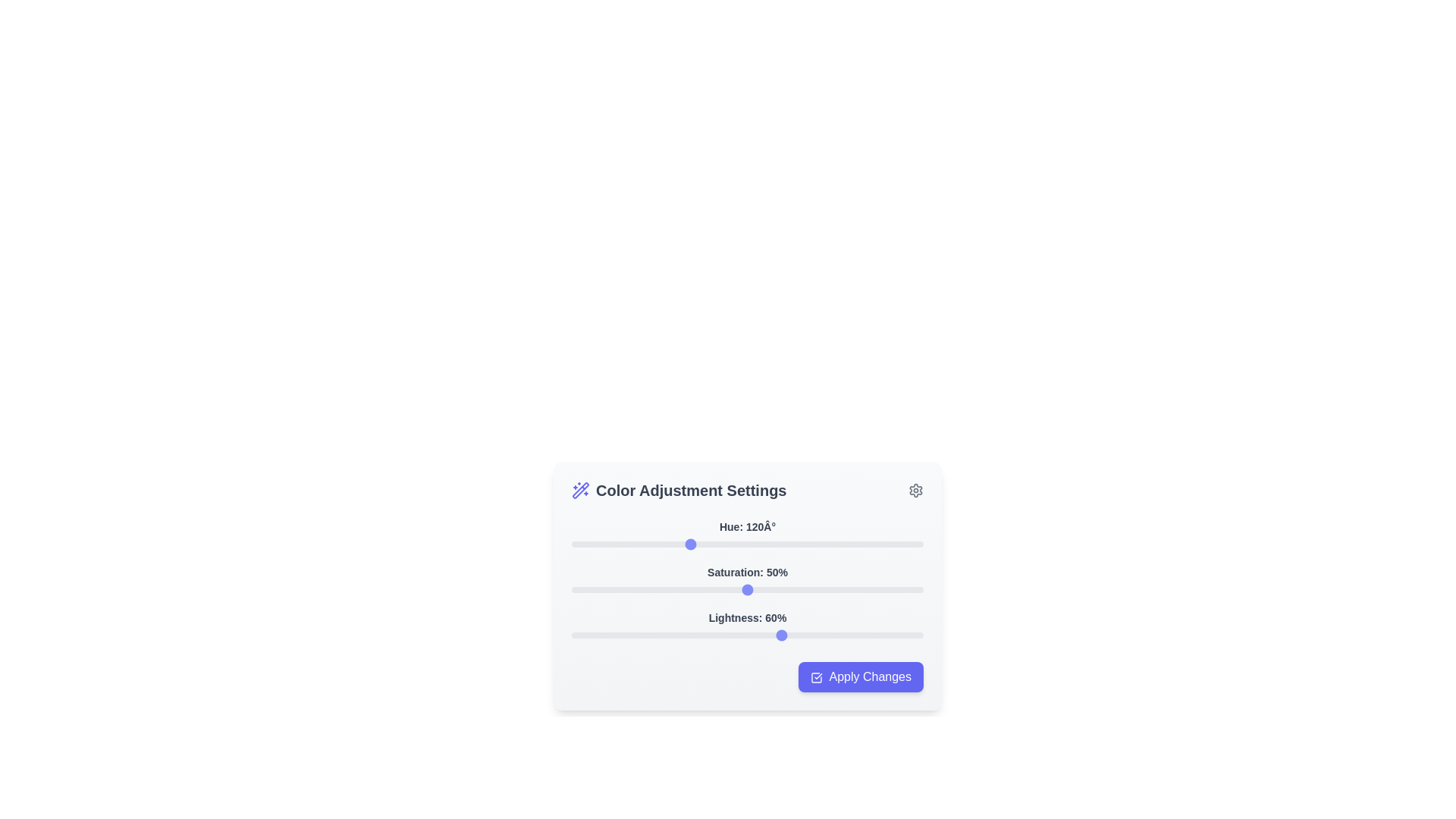 Image resolution: width=1456 pixels, height=819 pixels. What do you see at coordinates (761, 589) in the screenshot?
I see `the saturation` at bounding box center [761, 589].